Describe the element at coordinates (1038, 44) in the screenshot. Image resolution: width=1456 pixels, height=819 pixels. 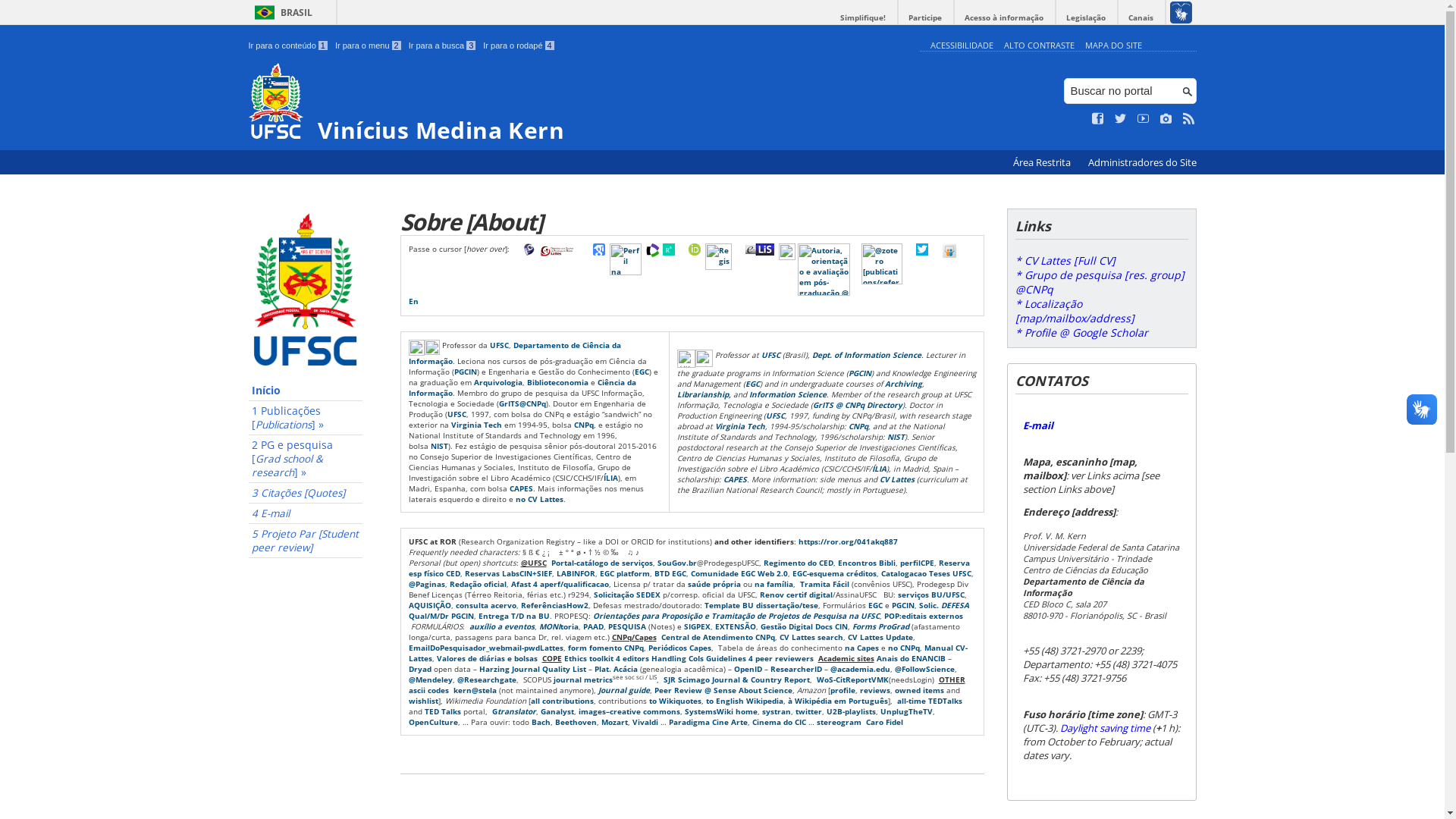
I see `'ALTO CONTRASTE'` at that location.